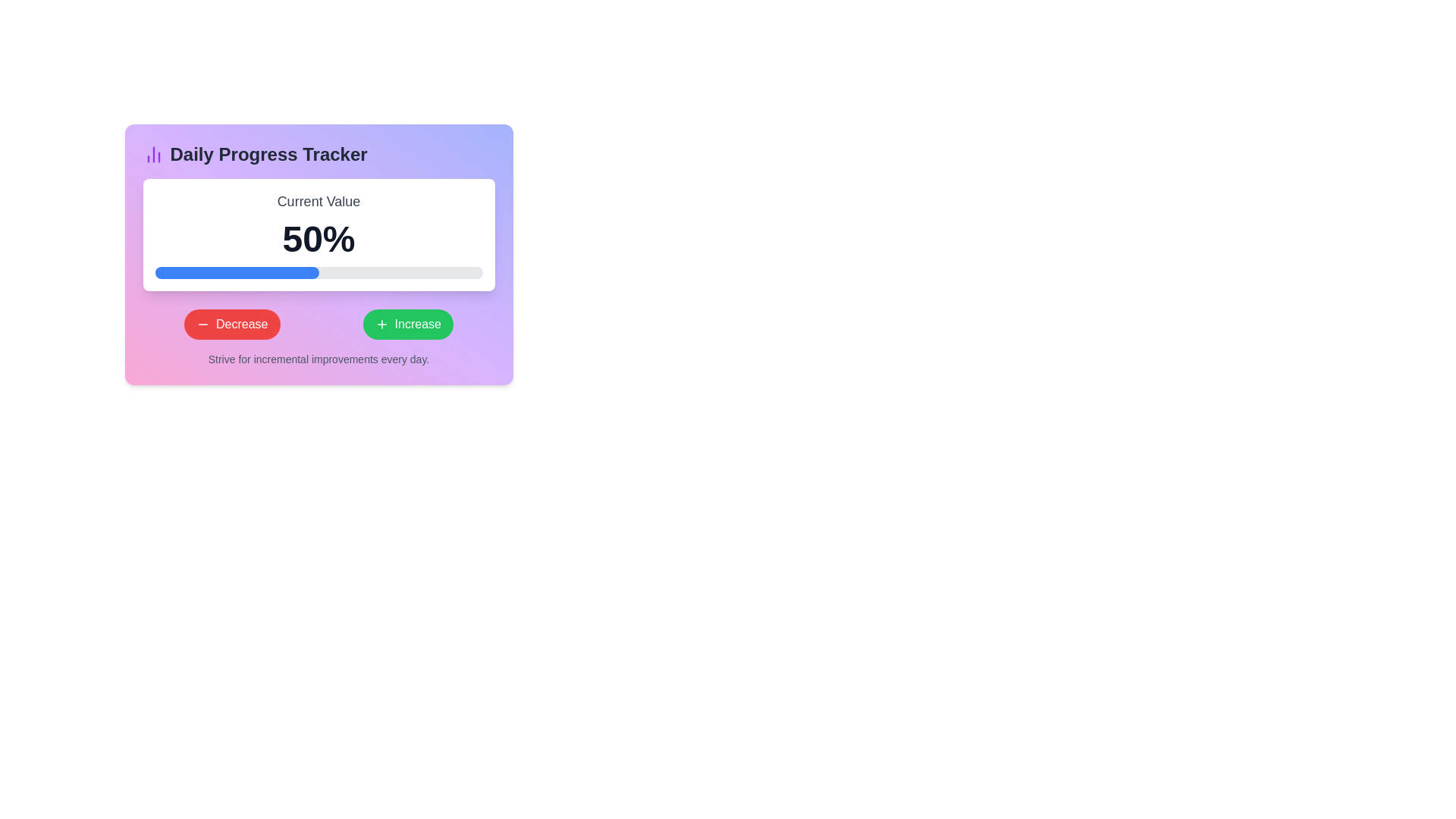 This screenshot has height=819, width=1456. I want to click on the progress bar, which is a thin, horizontally elongated rectangular element with a gray background and a blue segment filling half of it, located under the text '50%' and 'Current Value', so click(318, 271).